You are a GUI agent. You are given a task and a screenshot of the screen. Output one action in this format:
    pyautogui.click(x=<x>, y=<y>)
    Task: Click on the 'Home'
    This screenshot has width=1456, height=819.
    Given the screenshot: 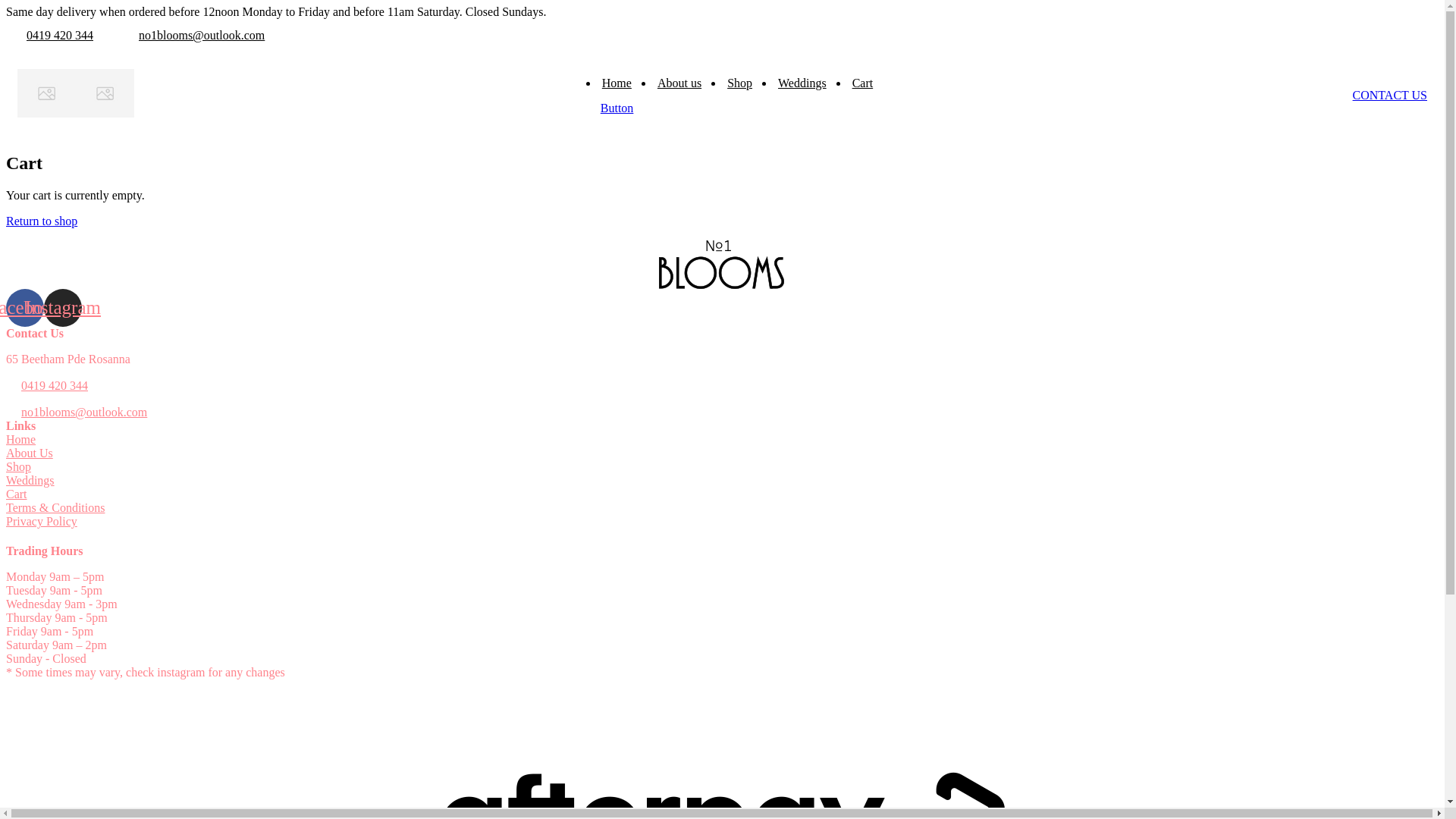 What is the action you would take?
    pyautogui.click(x=617, y=83)
    